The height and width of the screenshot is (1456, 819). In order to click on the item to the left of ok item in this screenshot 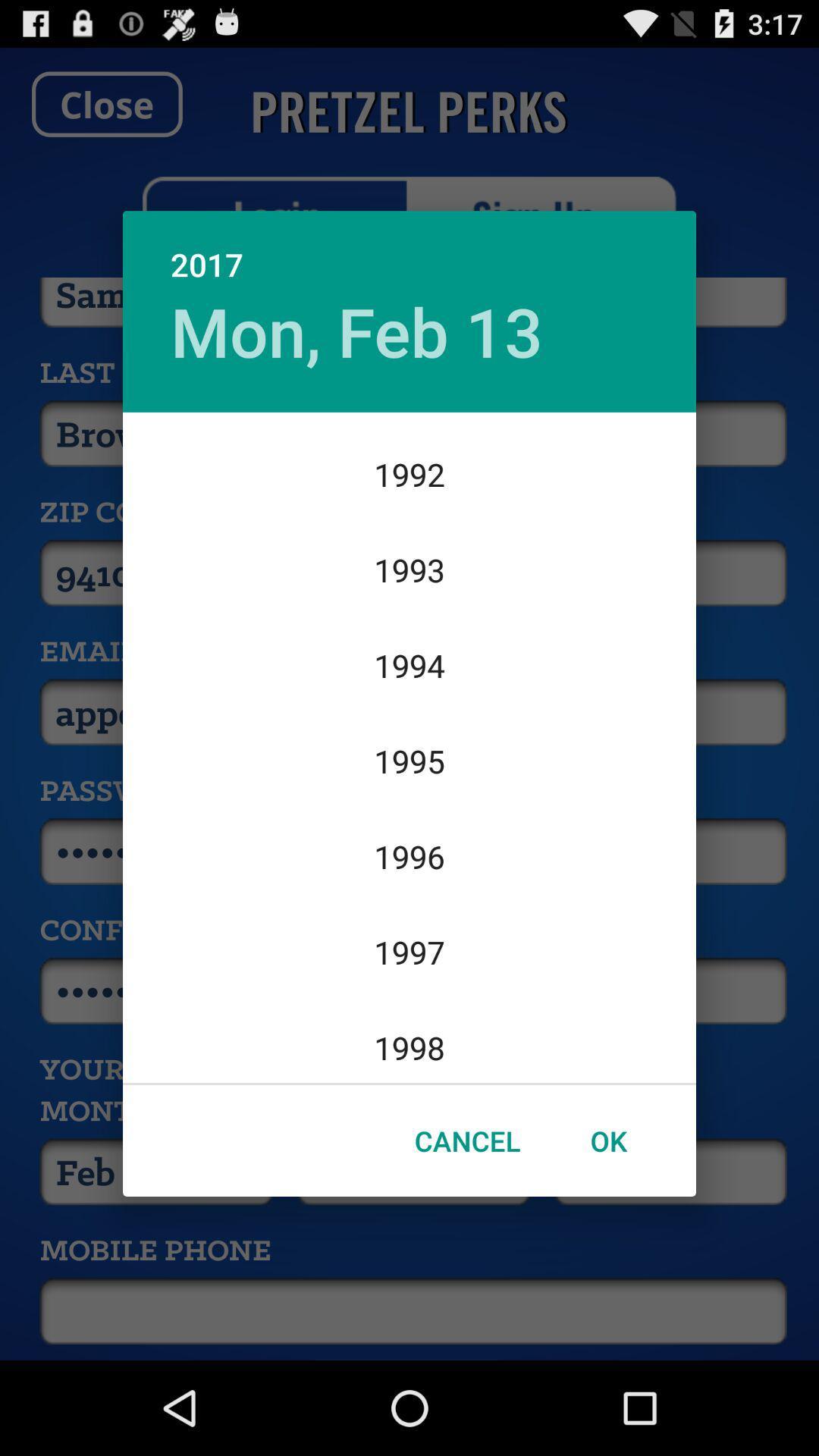, I will do `click(466, 1141)`.